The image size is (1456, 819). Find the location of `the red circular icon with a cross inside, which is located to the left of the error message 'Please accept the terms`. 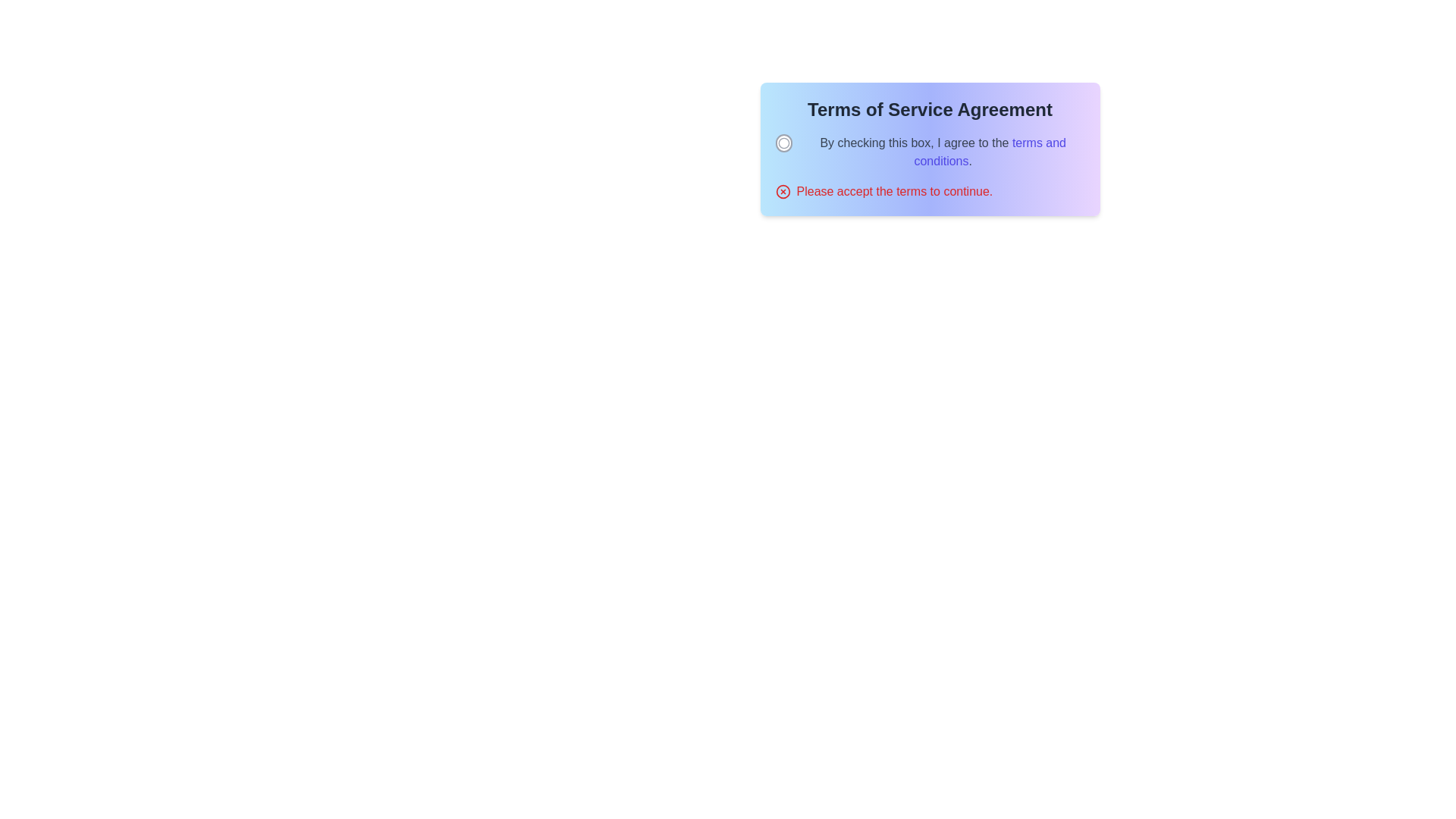

the red circular icon with a cross inside, which is located to the left of the error message 'Please accept the terms is located at coordinates (783, 191).